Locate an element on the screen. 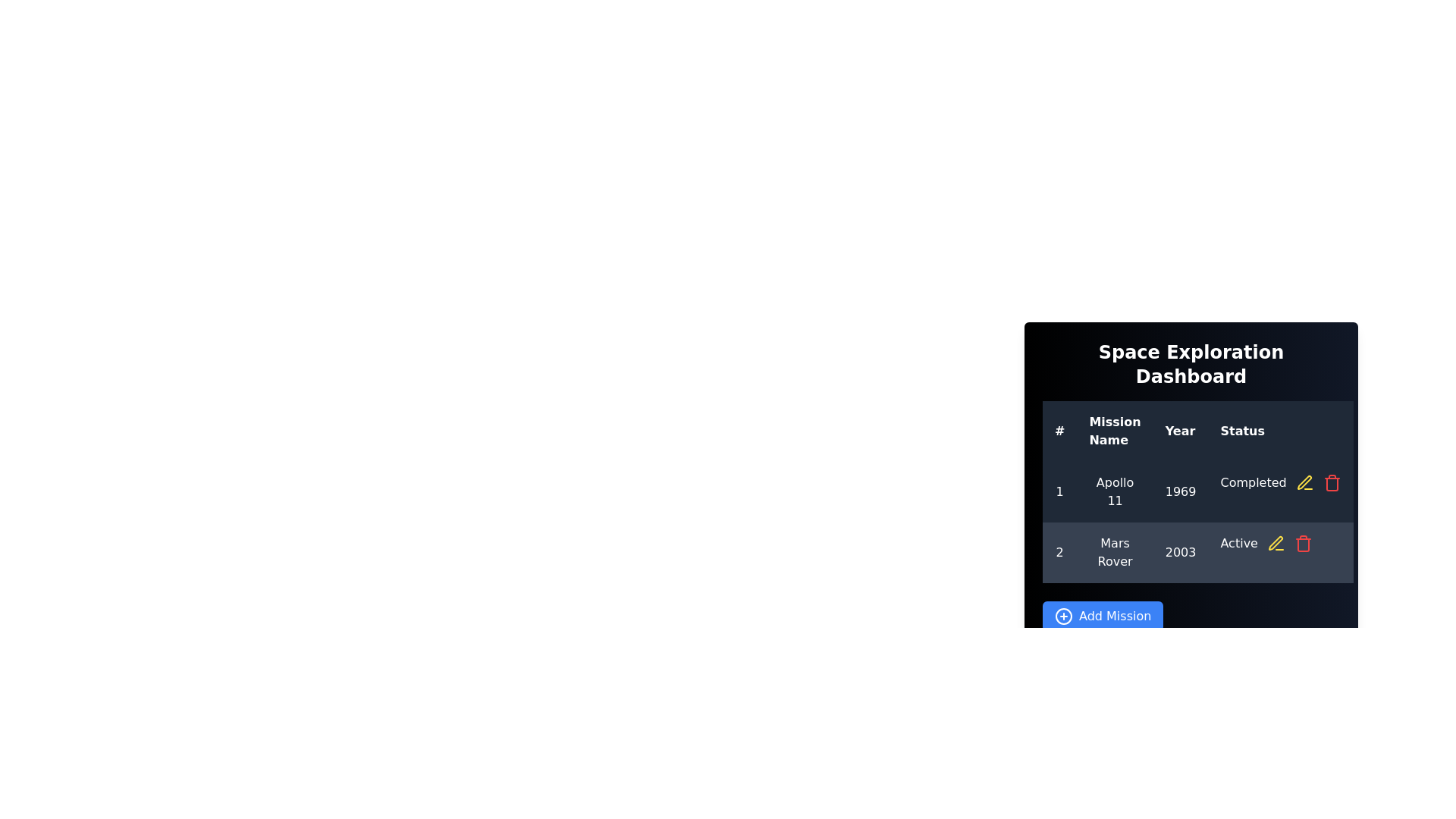 The width and height of the screenshot is (1456, 819). the pen icon in the 'Status' column of the second row to initiate editing for the 'Mars Rover, Active' data entry is located at coordinates (1304, 482).